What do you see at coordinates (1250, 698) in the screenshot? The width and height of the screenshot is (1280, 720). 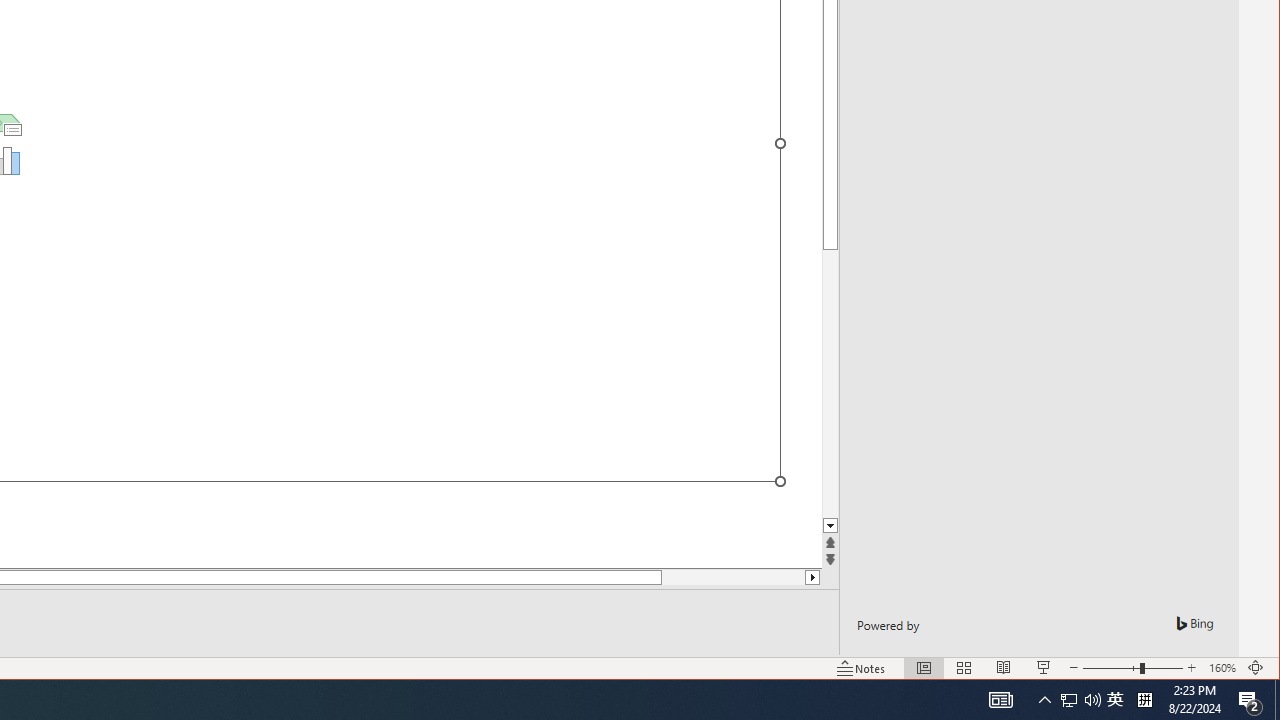 I see `'Action Center, 2 new notifications'` at bounding box center [1250, 698].